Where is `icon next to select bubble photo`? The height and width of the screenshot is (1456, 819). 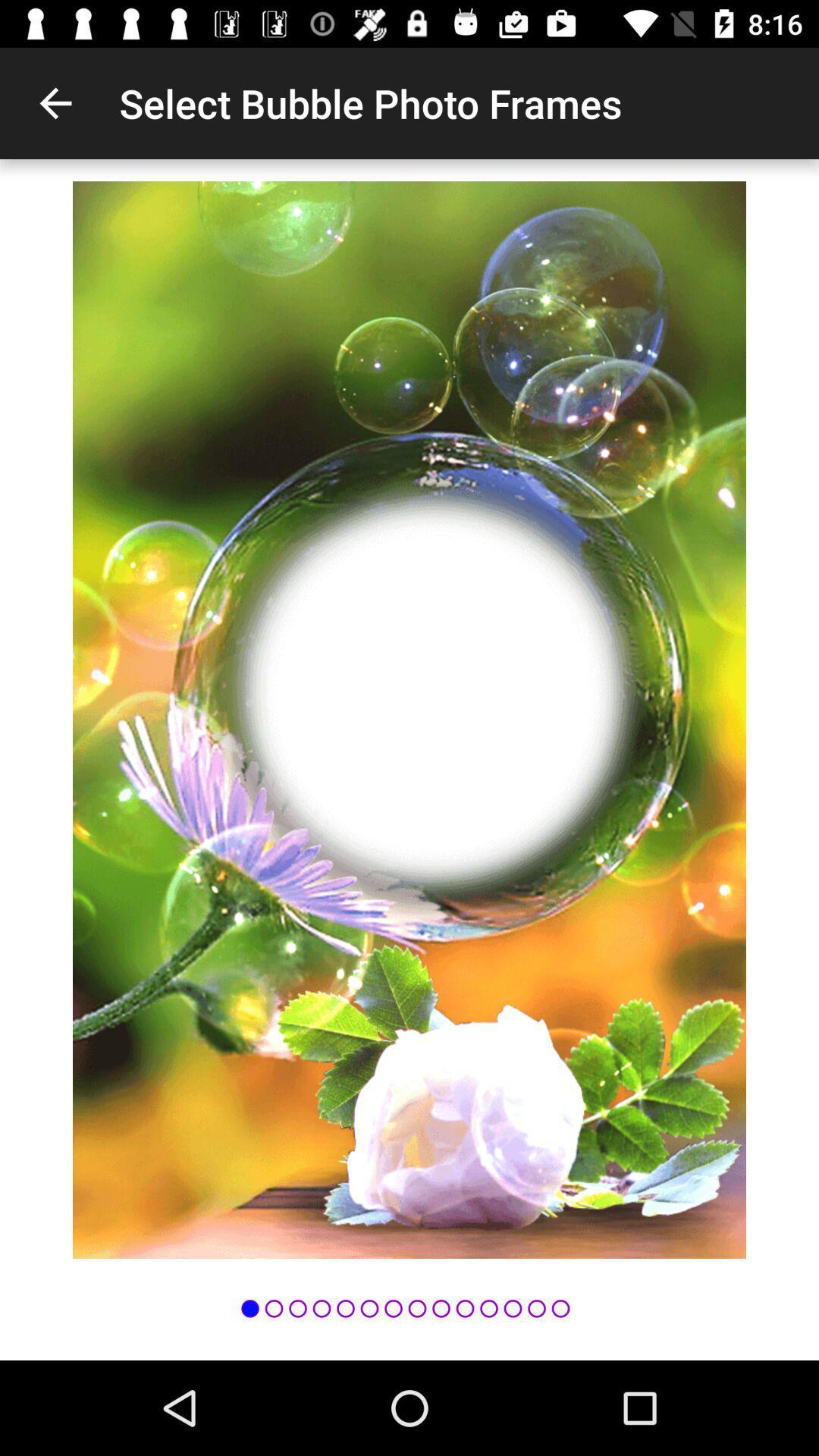
icon next to select bubble photo is located at coordinates (55, 102).